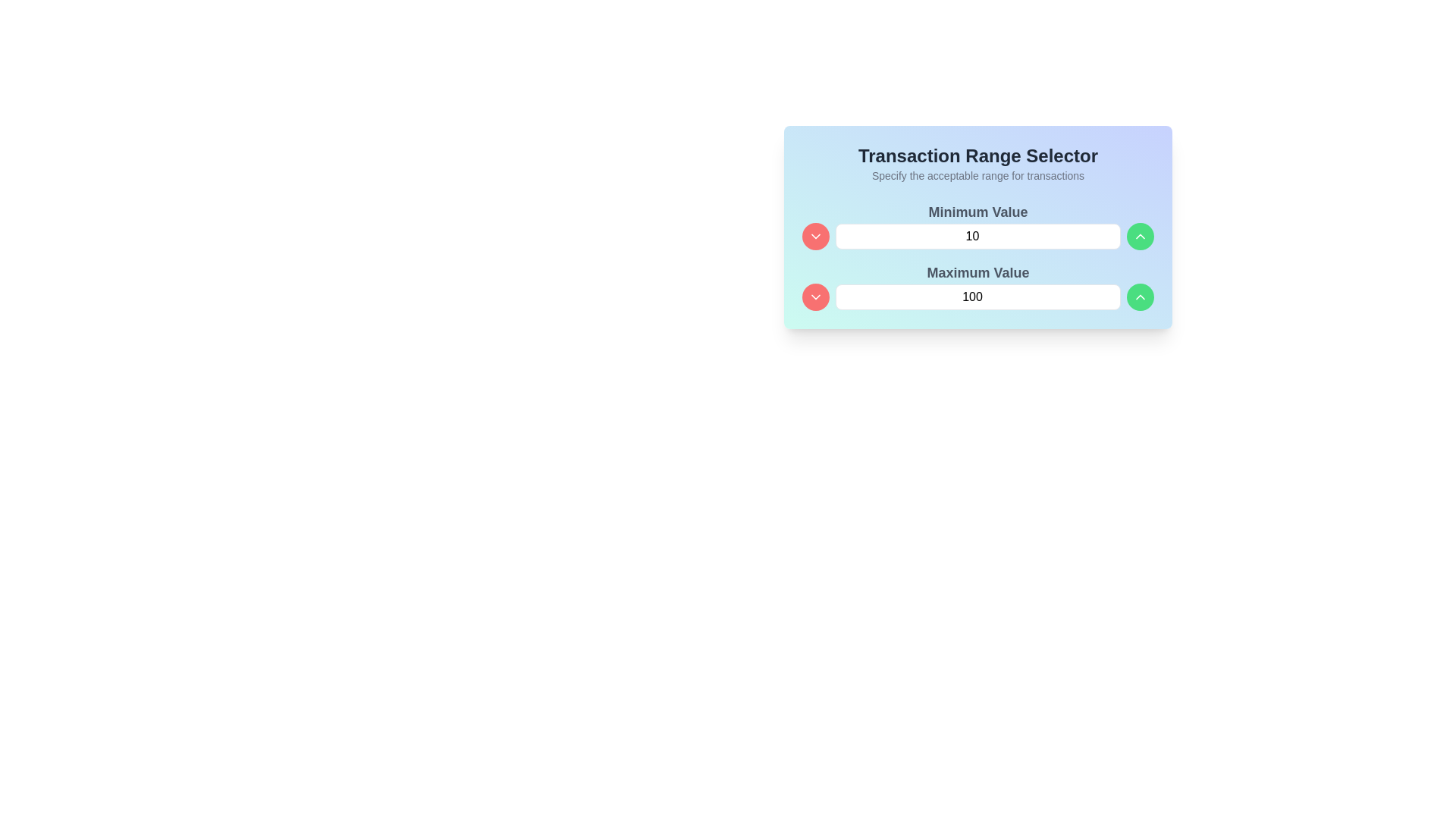 The width and height of the screenshot is (1456, 819). I want to click on the Numeric input field for setting the maximum value limit in the Transaction Range Selector to indicate focus, so click(978, 297).